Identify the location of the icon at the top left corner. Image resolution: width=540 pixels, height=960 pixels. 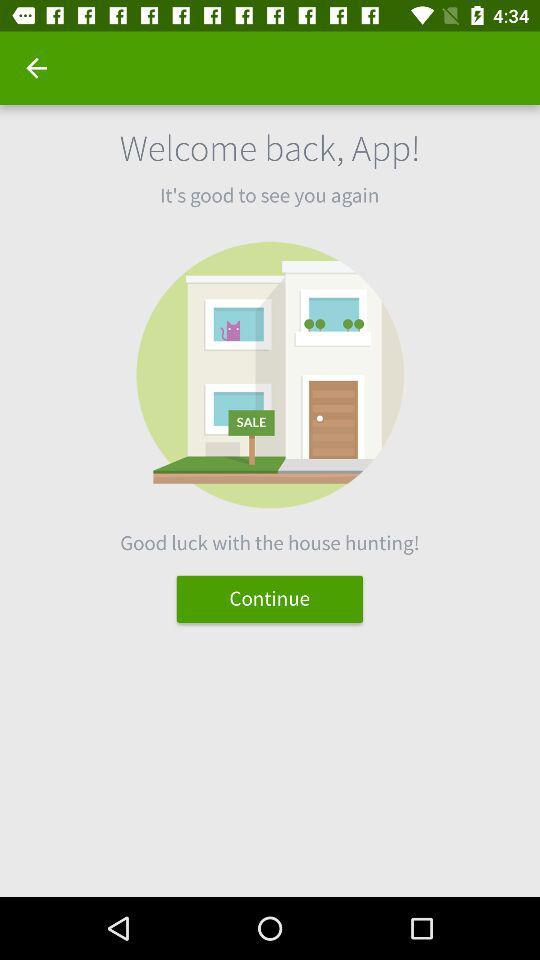
(36, 68).